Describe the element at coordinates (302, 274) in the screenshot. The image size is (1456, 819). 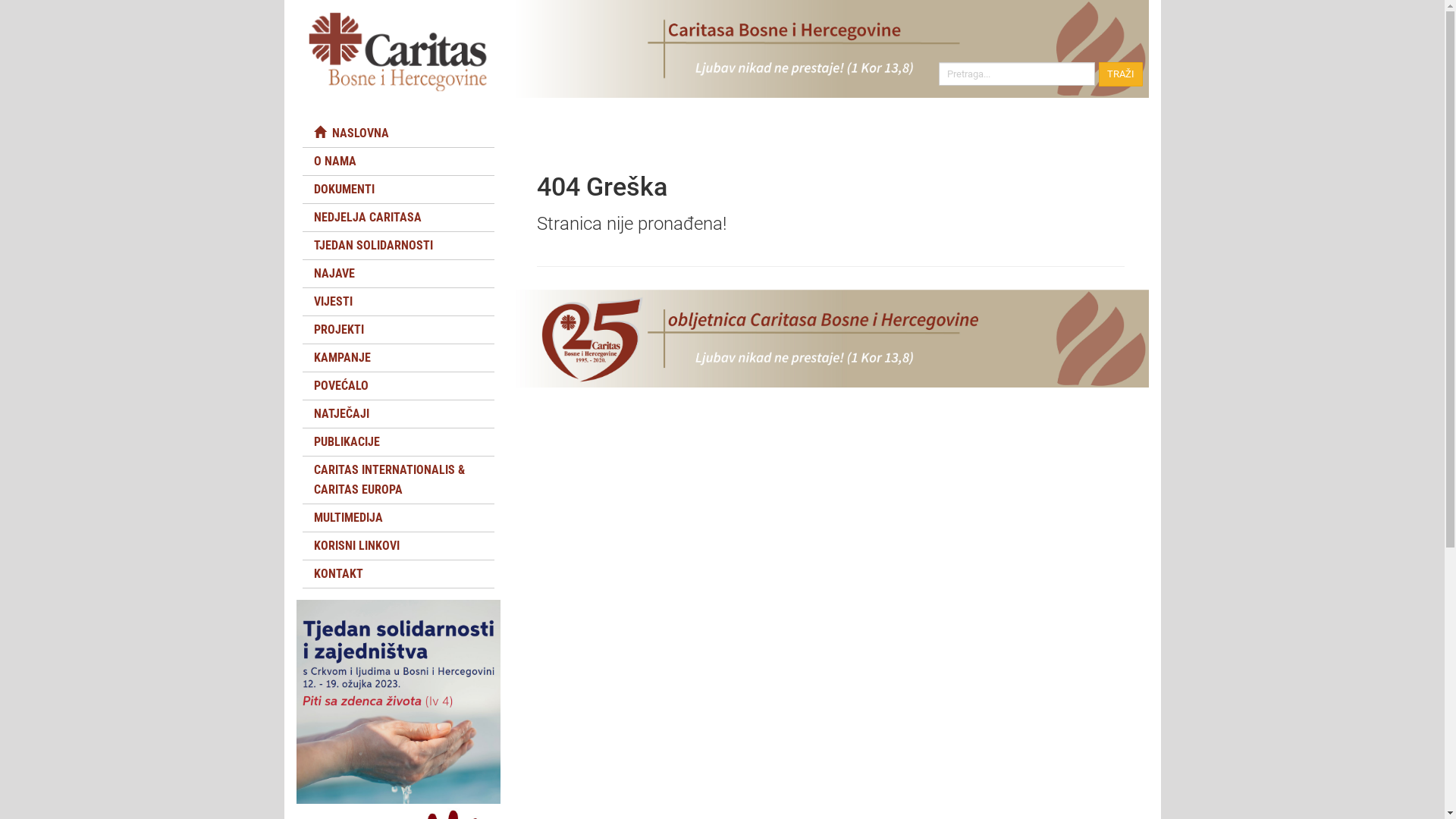
I see `'NAJAVE'` at that location.